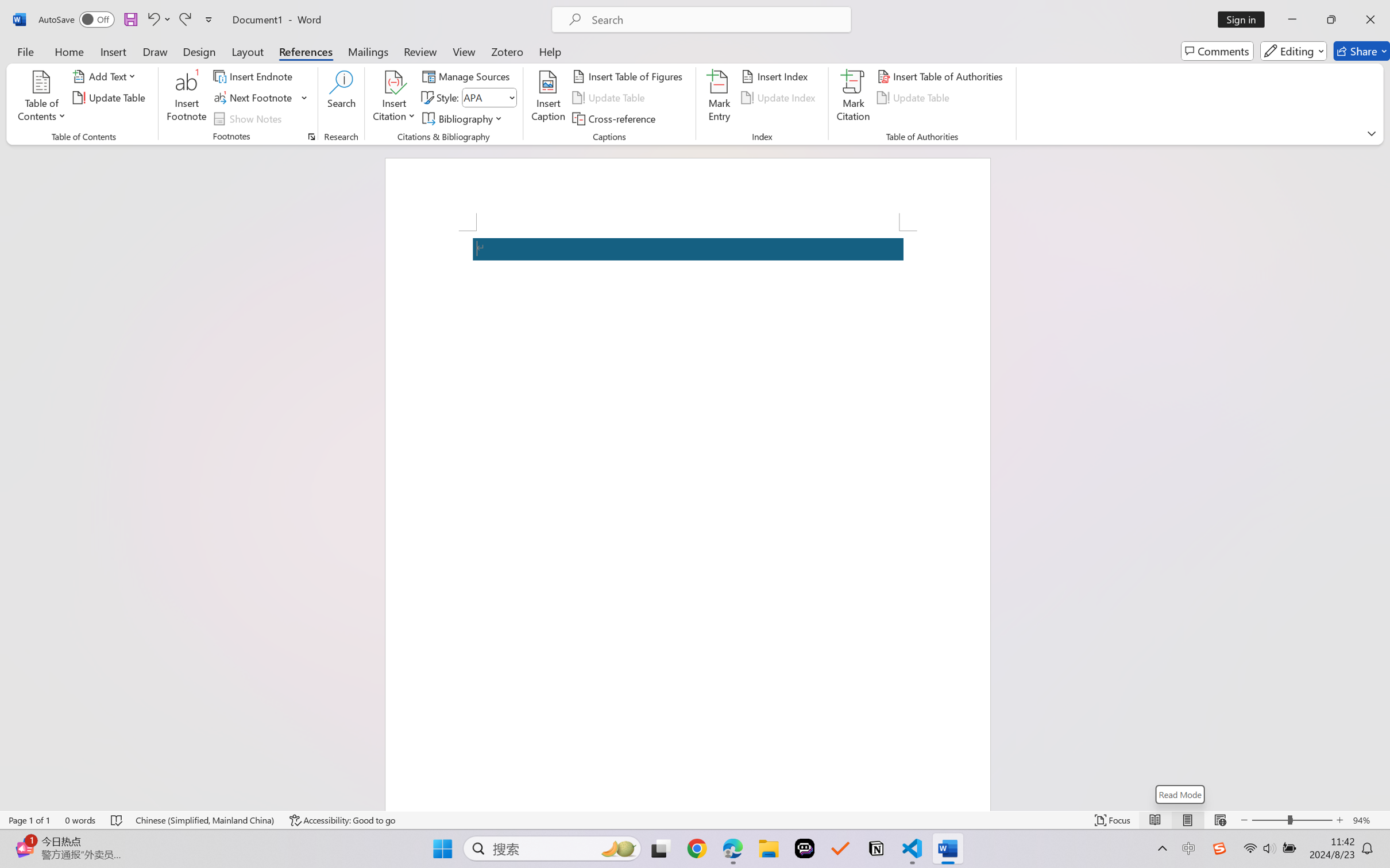 The width and height of the screenshot is (1390, 868). I want to click on 'Next Footnote', so click(253, 98).